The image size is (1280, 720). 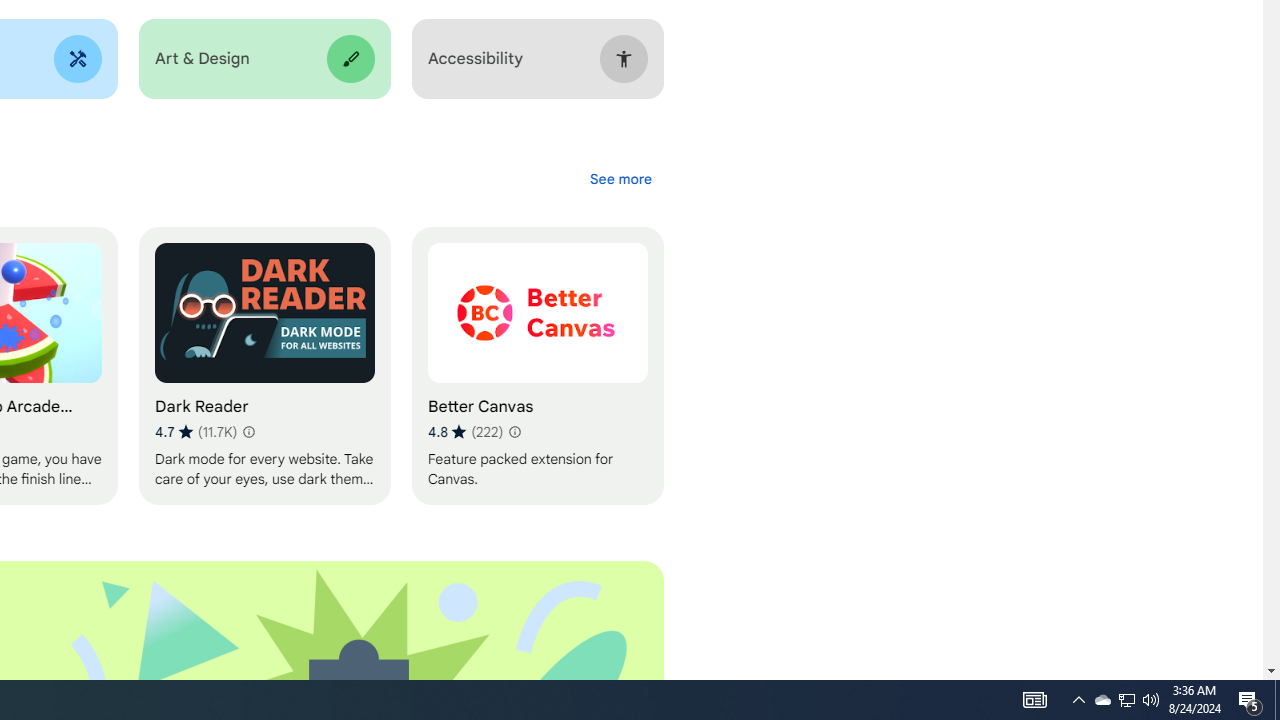 What do you see at coordinates (537, 366) in the screenshot?
I see `'Better Canvas'` at bounding box center [537, 366].